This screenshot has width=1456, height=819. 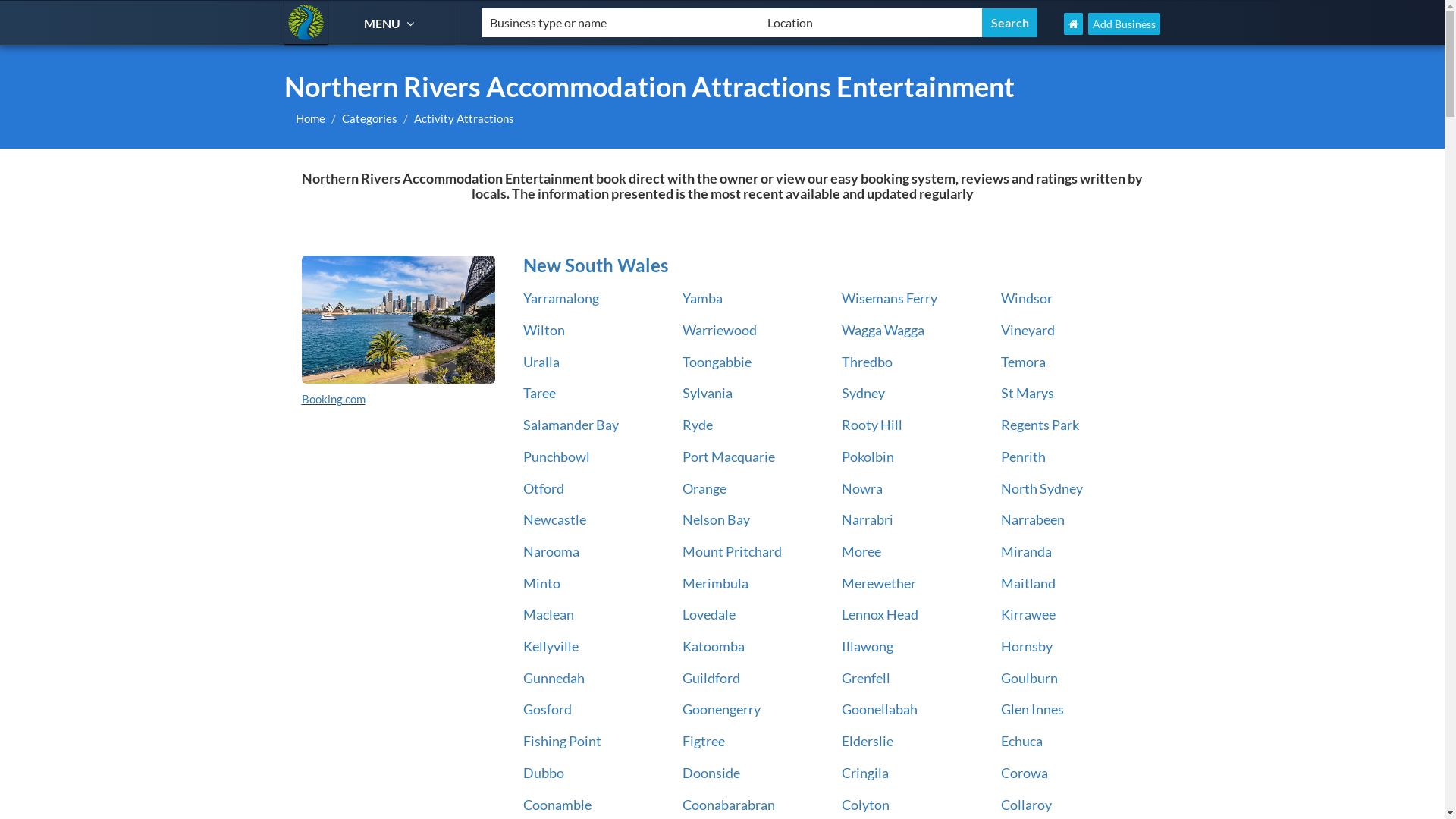 I want to click on 'Salamander Bay', so click(x=523, y=424).